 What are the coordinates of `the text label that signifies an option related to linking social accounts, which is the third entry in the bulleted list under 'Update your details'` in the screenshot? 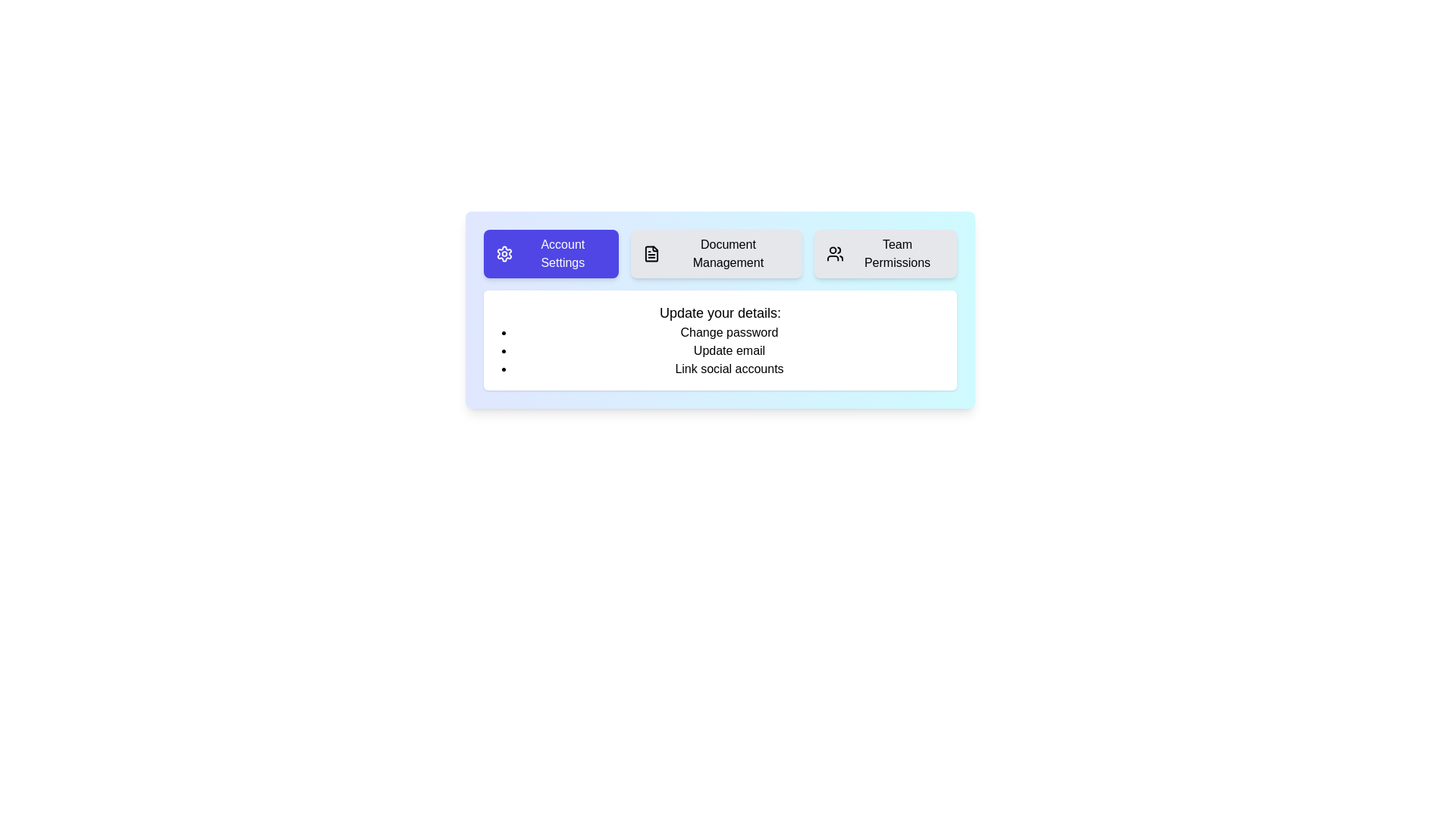 It's located at (729, 369).